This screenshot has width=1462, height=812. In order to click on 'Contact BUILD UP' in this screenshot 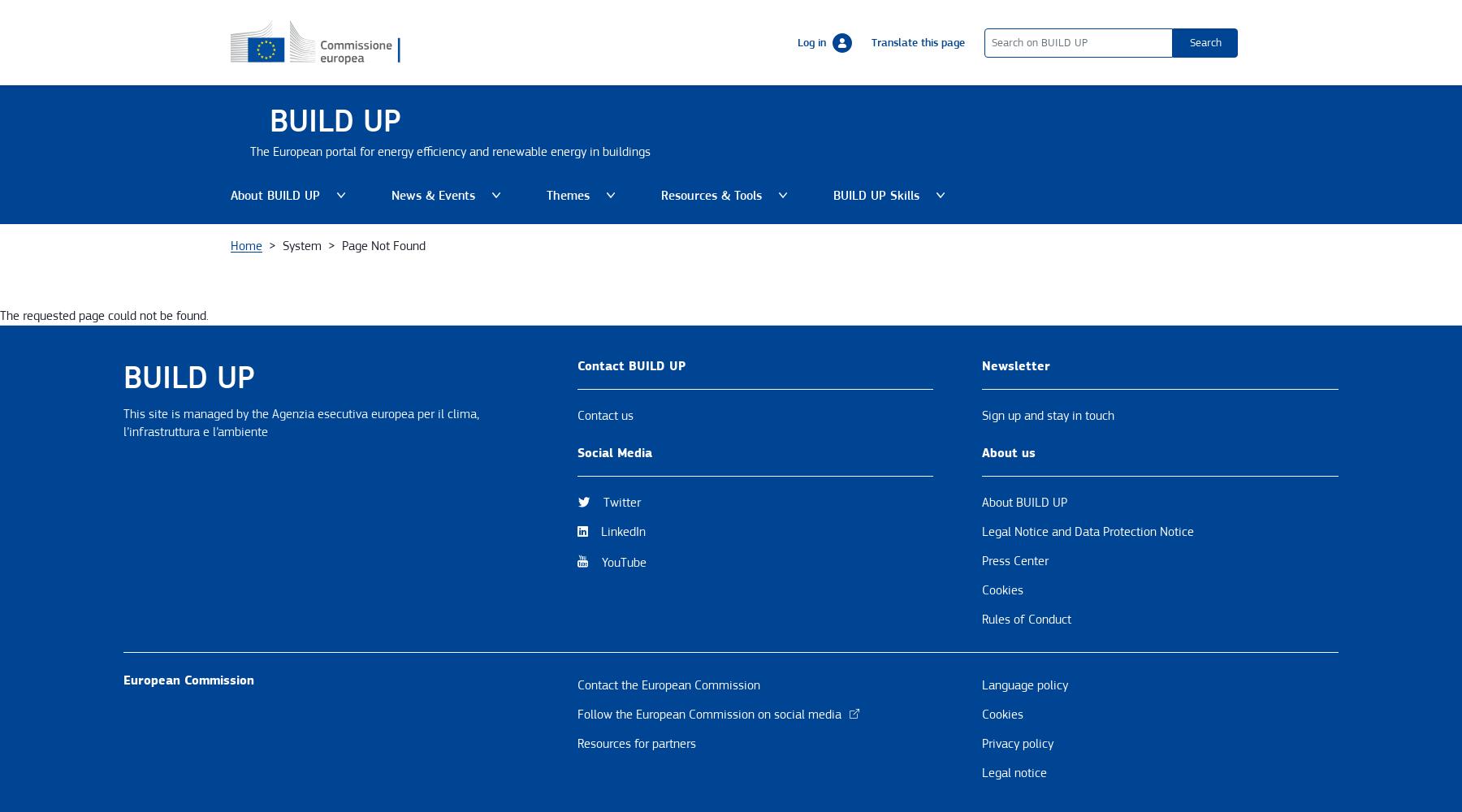, I will do `click(629, 365)`.